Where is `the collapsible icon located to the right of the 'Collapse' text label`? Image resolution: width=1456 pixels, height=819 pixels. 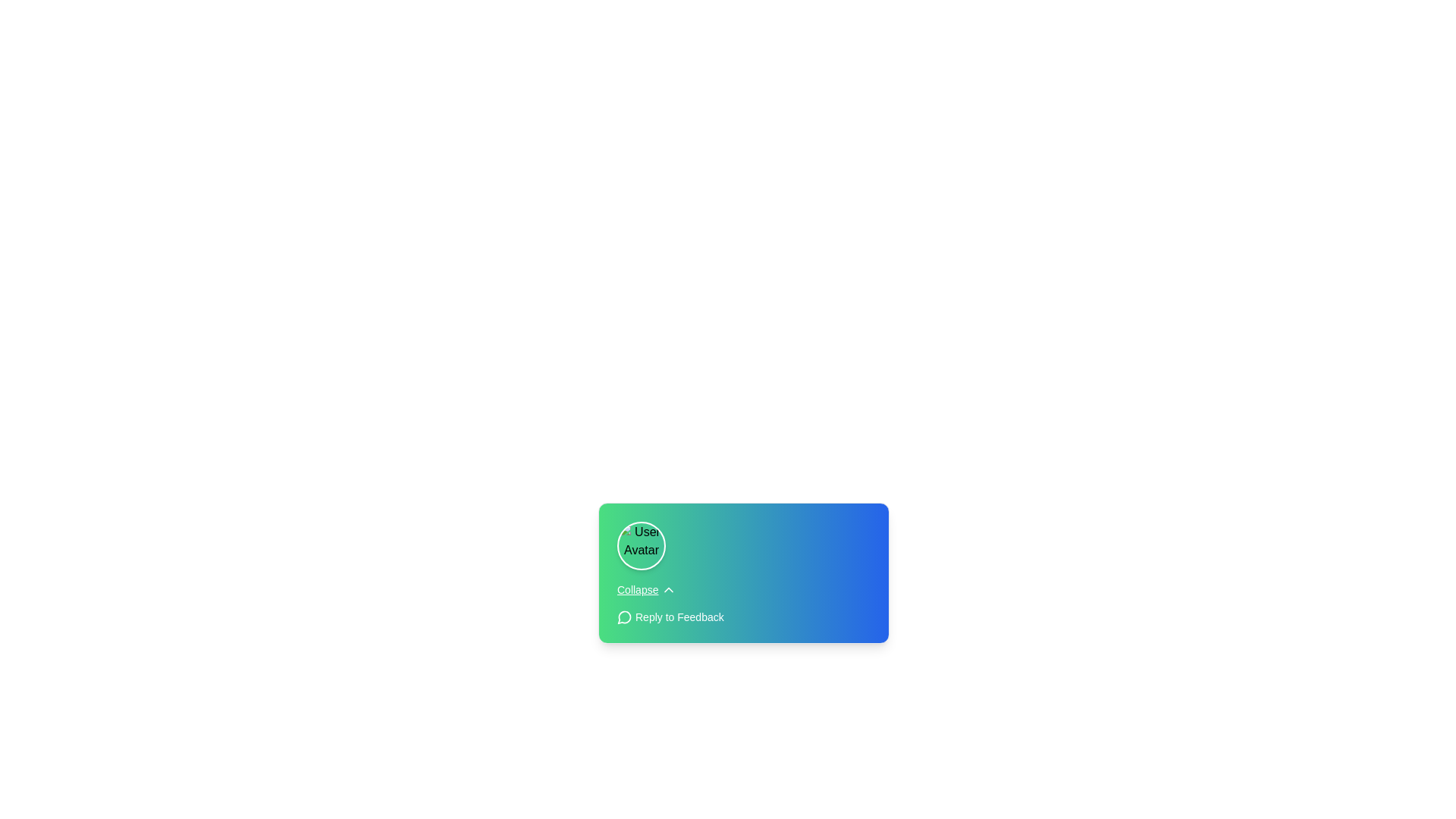 the collapsible icon located to the right of the 'Collapse' text label is located at coordinates (668, 589).